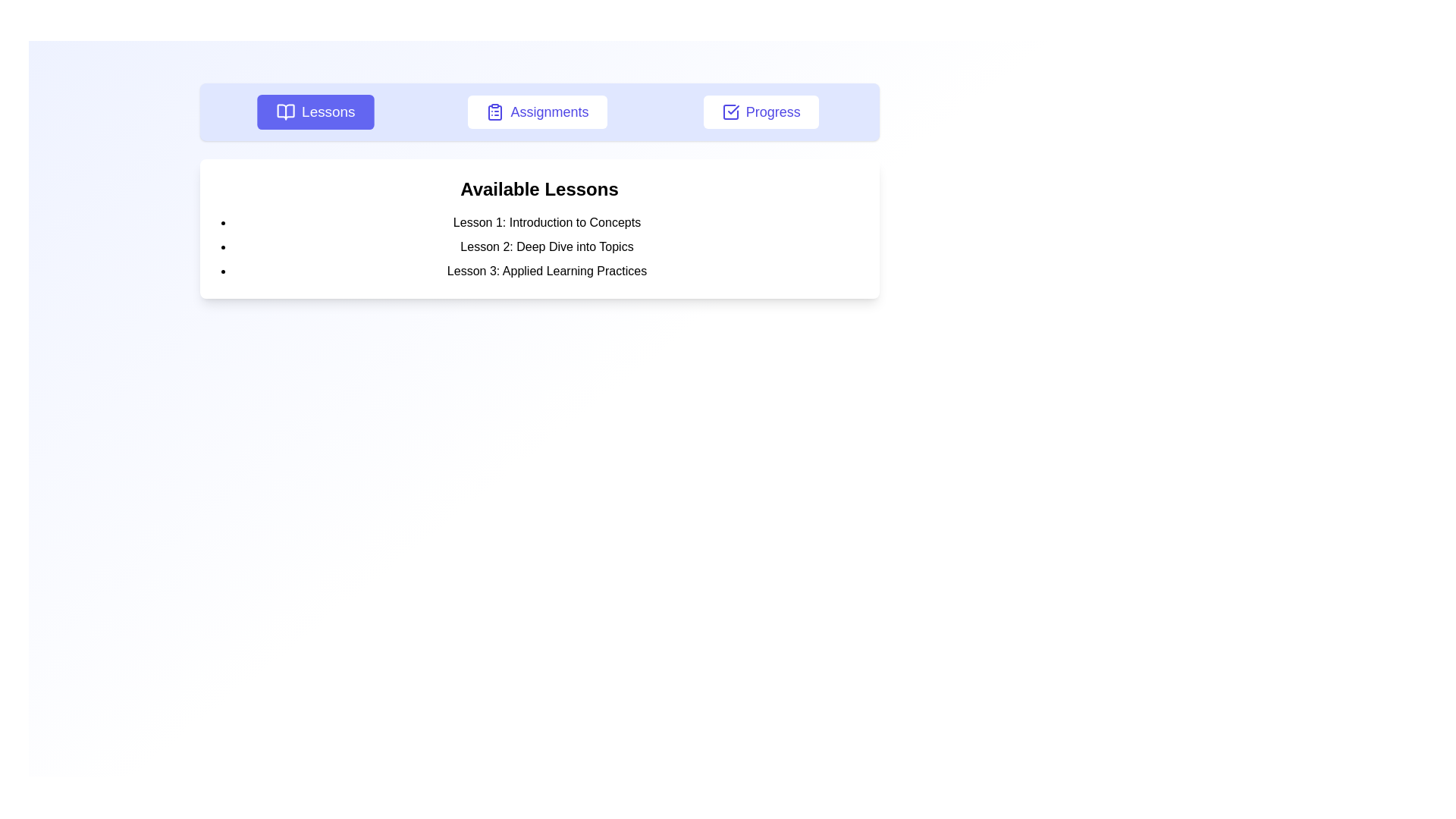  I want to click on the 'Assignments' text label, which is part of the navigational bar at the top of the page, styled in a bold, indigo-blue font and located between 'Lessons' and 'Progress', so click(548, 111).